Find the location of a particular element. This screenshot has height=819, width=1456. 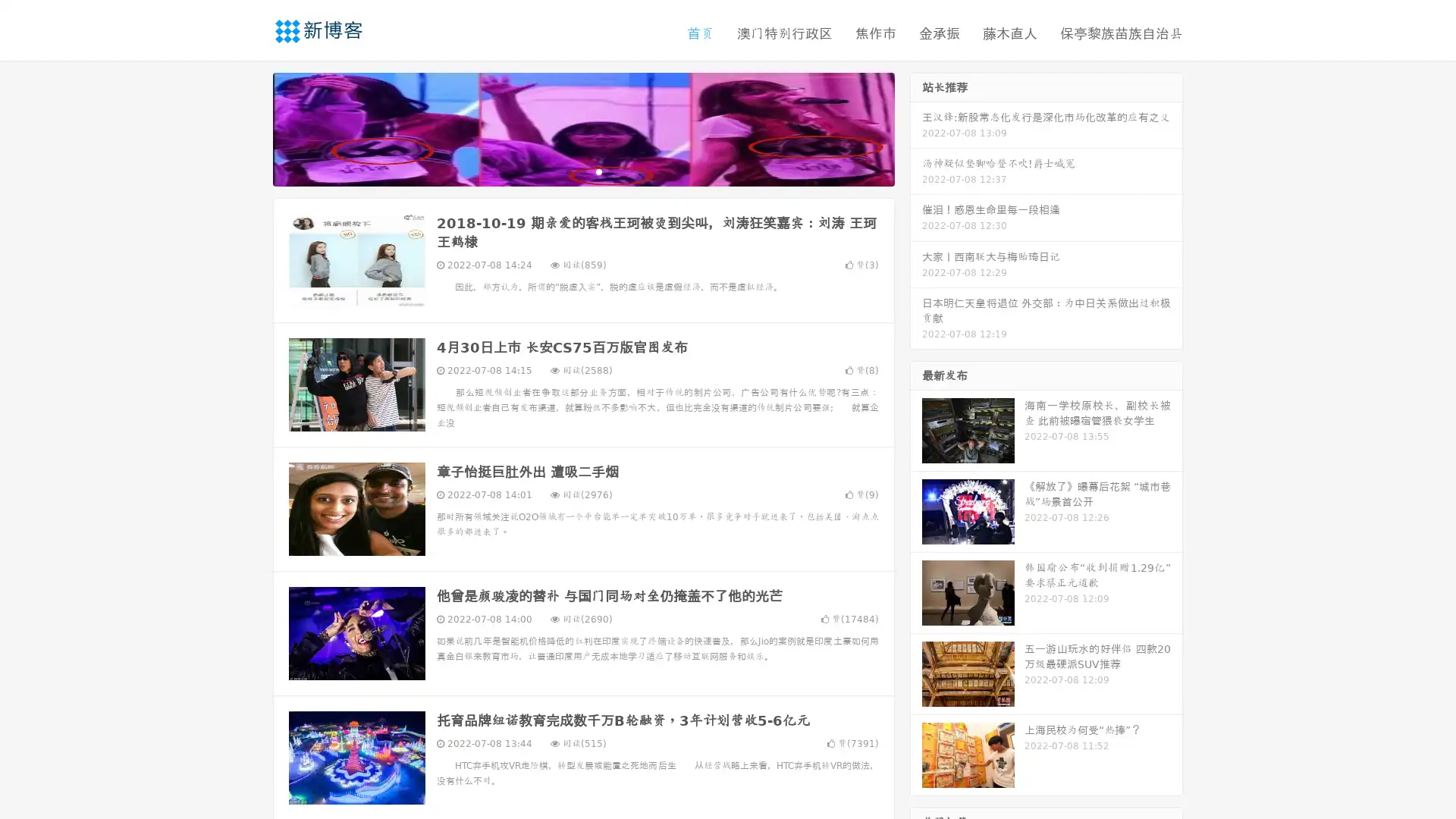

Next slide is located at coordinates (916, 127).